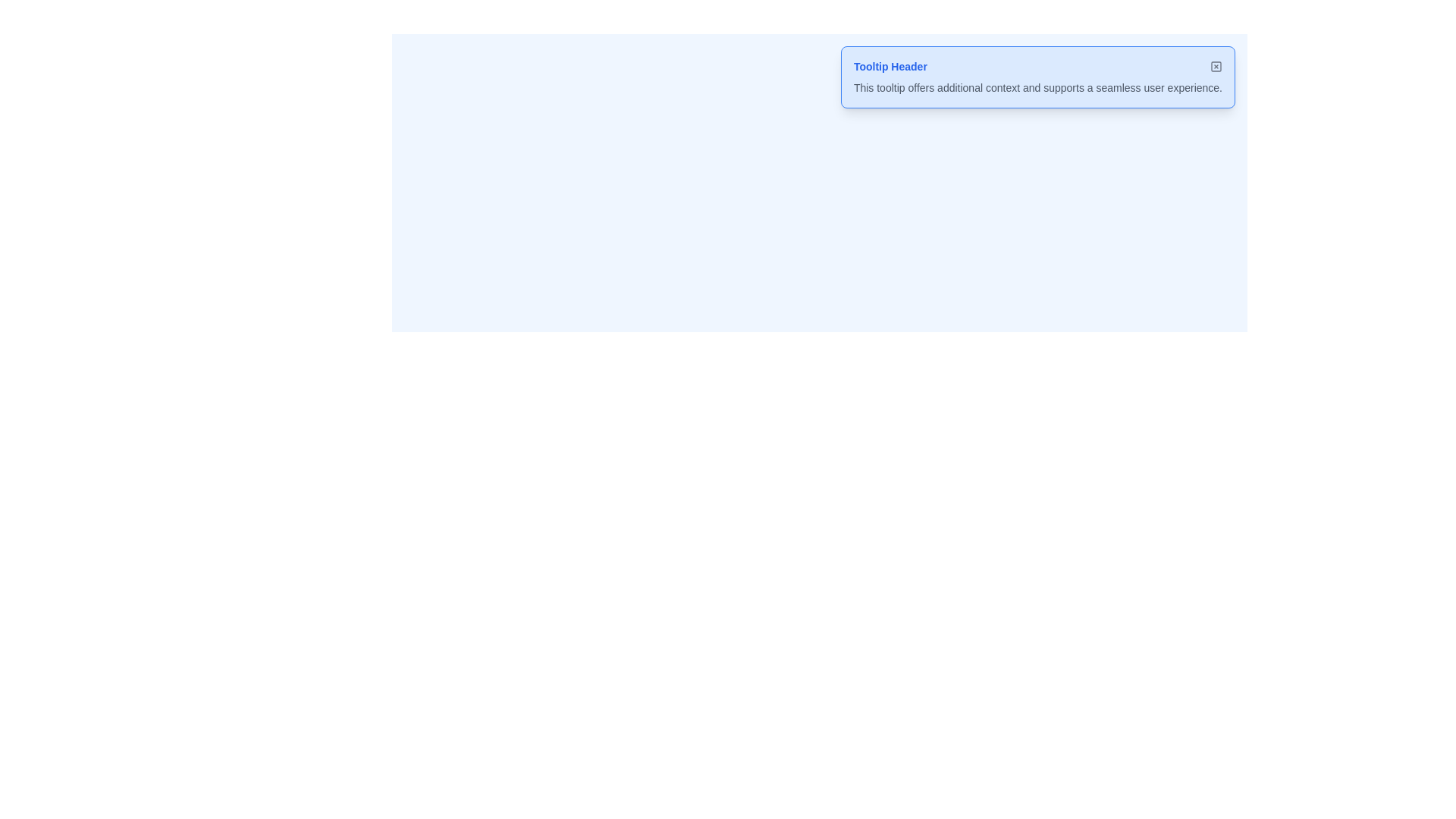  Describe the element at coordinates (1037, 87) in the screenshot. I see `the static text content located beneath the 'Tooltip Header' within the tooltip component` at that location.